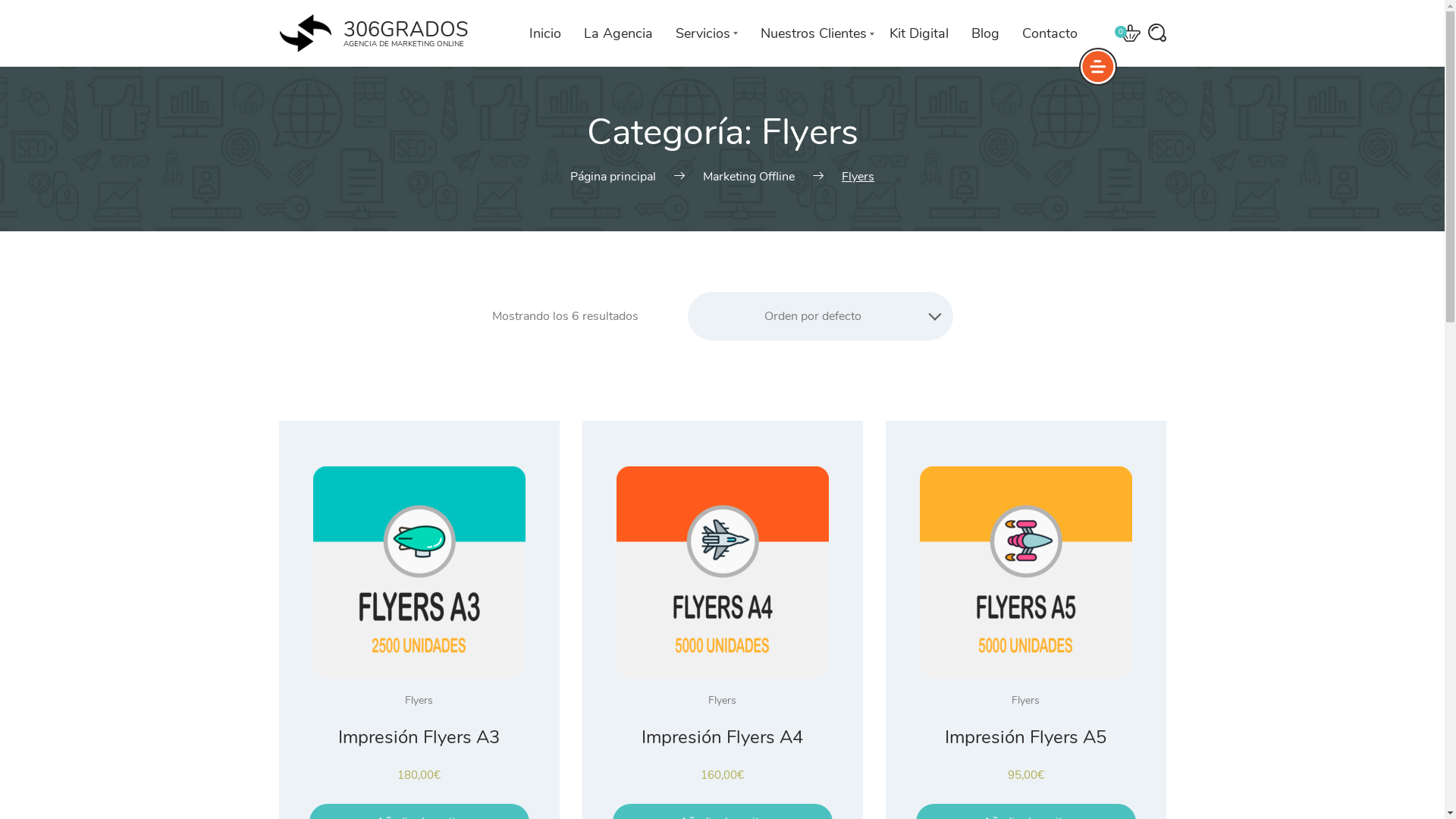 The image size is (1456, 819). I want to click on 'Kit Digital', so click(917, 33).